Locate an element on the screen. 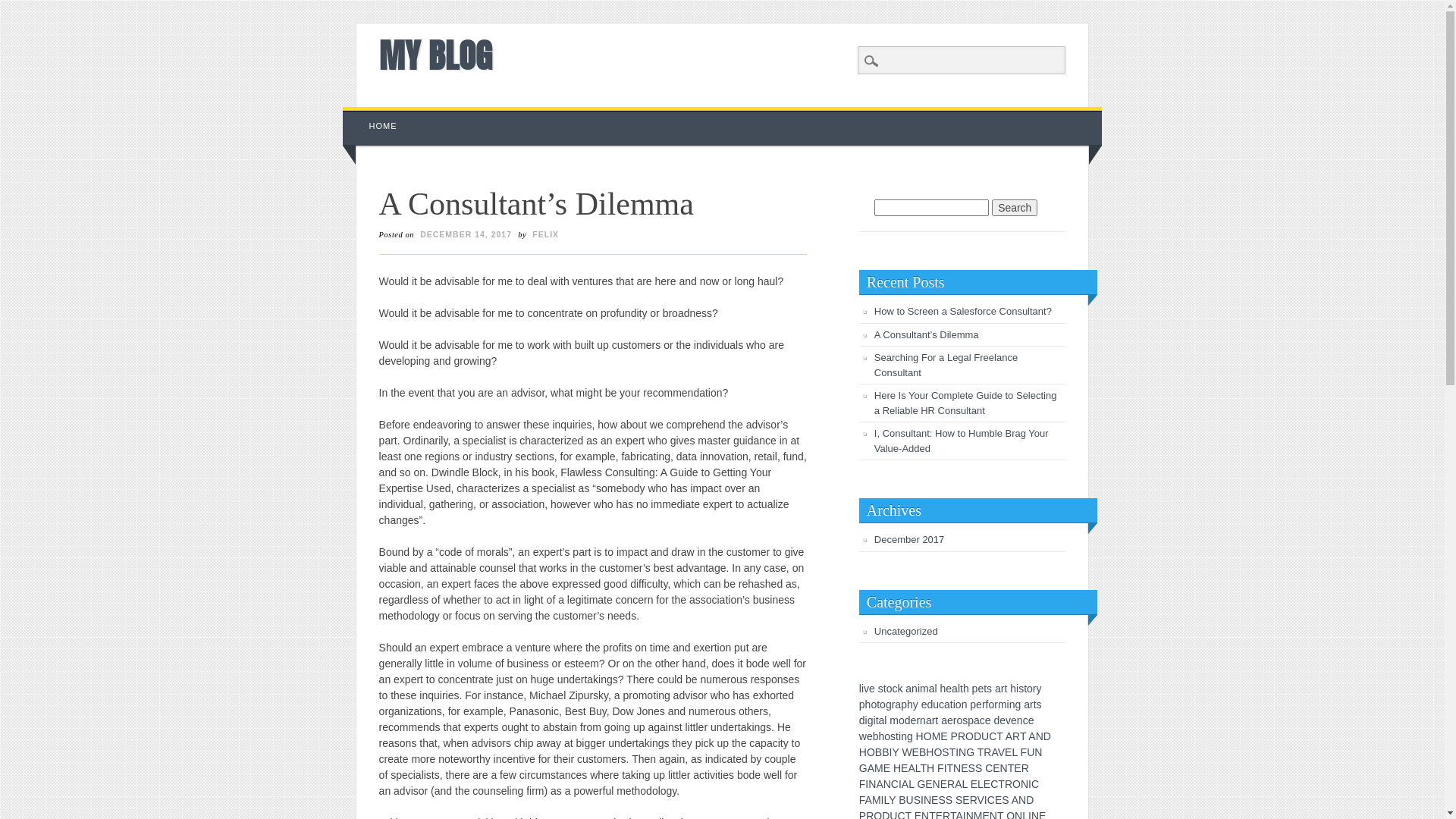 This screenshot has width=1456, height=819. 's' is located at coordinates (1021, 688).